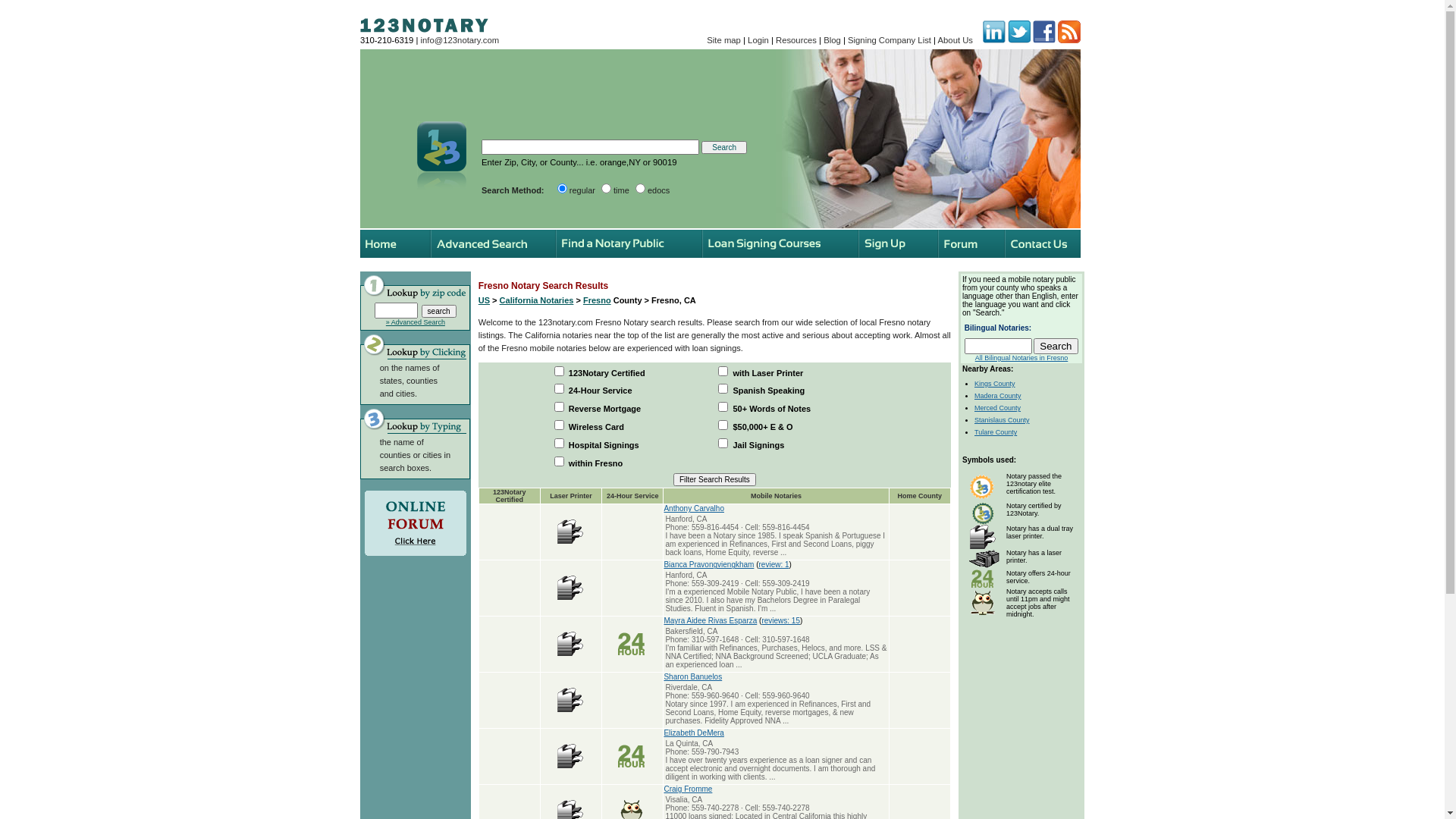 The width and height of the screenshot is (1456, 819). Describe the element at coordinates (1021, 357) in the screenshot. I see `'All Bilingual Notaries in Fresno'` at that location.